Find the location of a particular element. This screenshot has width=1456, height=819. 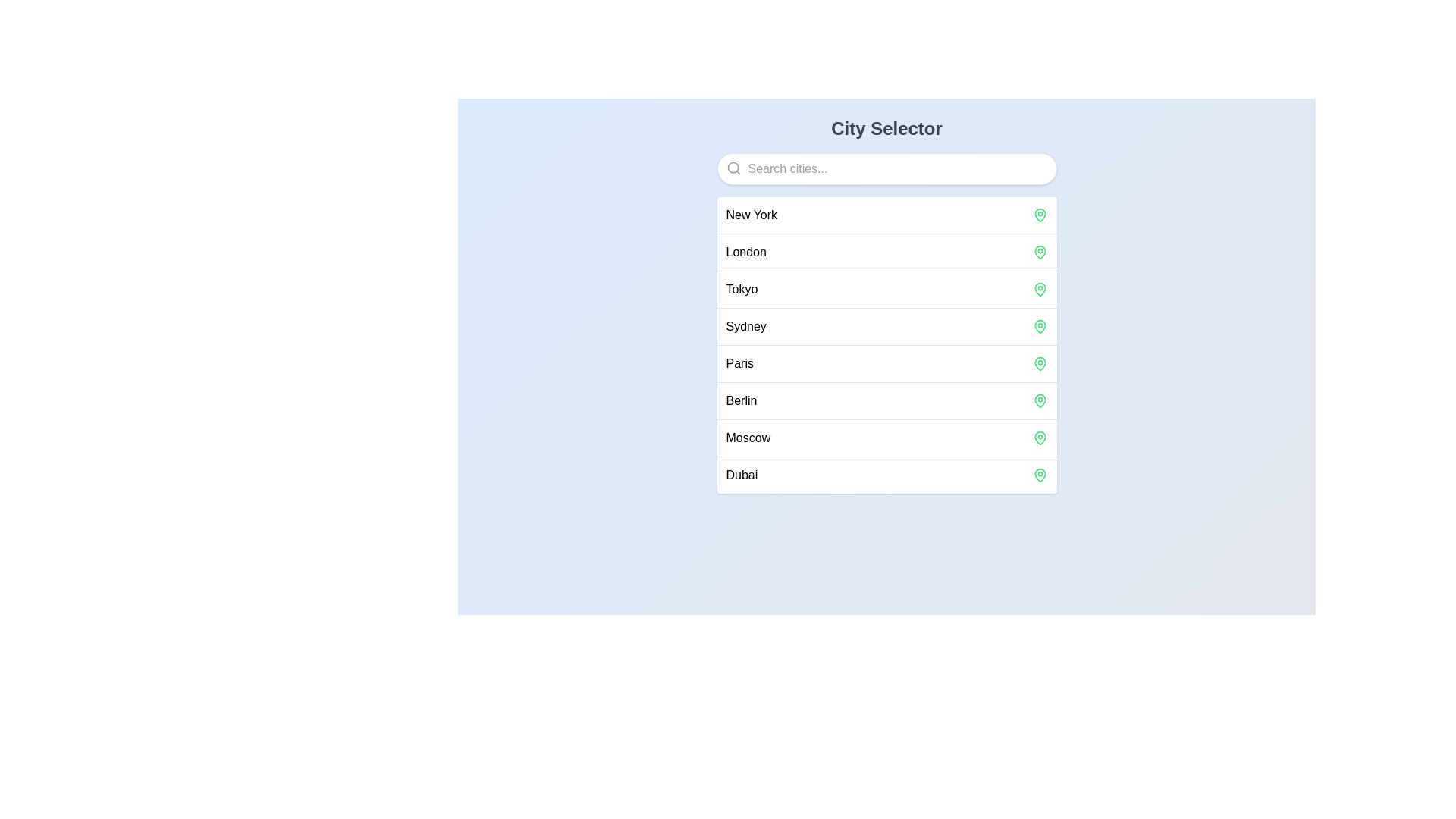

the pin icon with a green outline representing a location marker next to the 'Tokyo' list item is located at coordinates (1039, 289).